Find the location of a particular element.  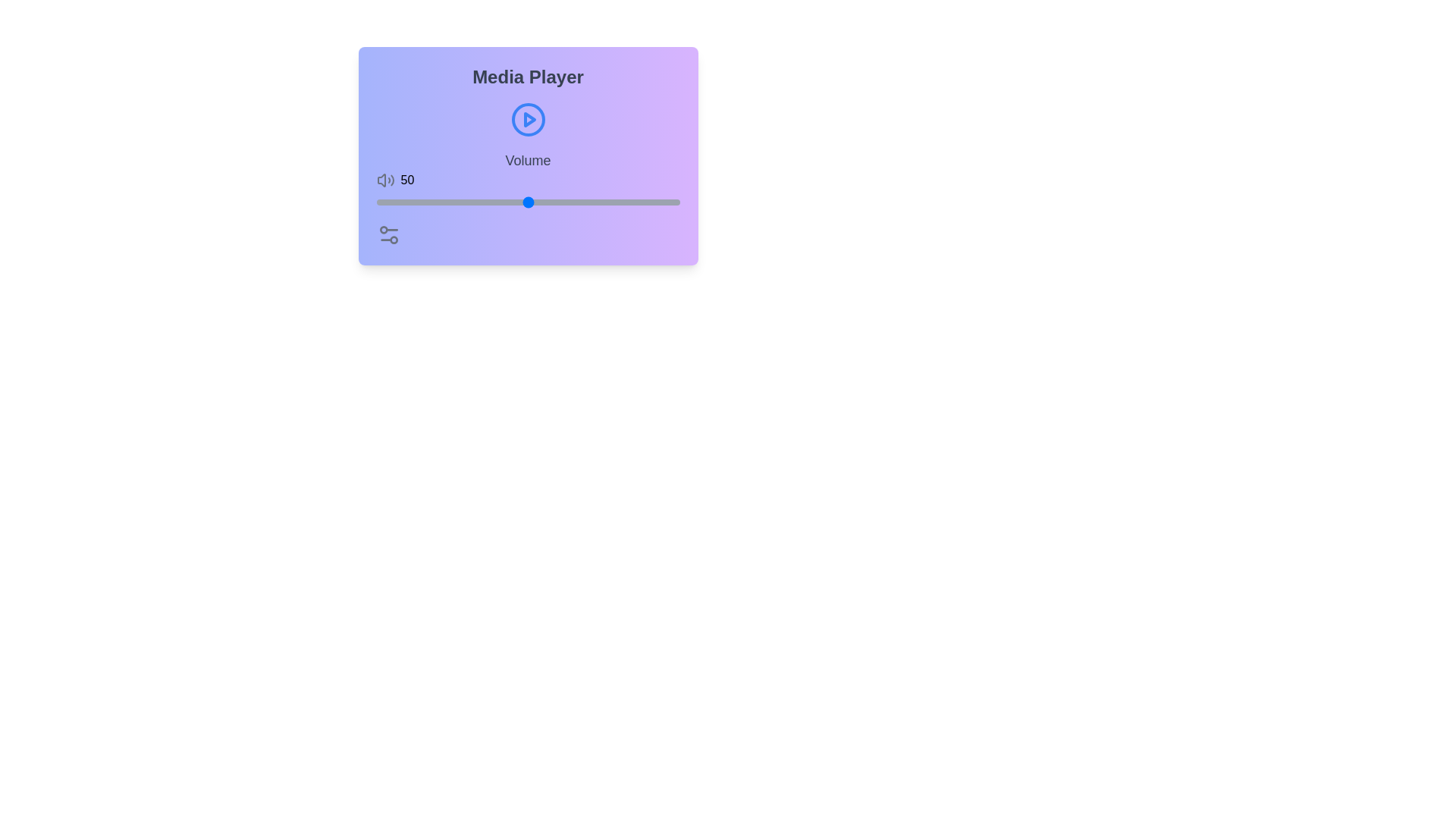

the text label displaying the value '50' in bold black font on a light blue background, located in the 'Volume' section of the media player interface, adjacent to the volume icon is located at coordinates (407, 180).